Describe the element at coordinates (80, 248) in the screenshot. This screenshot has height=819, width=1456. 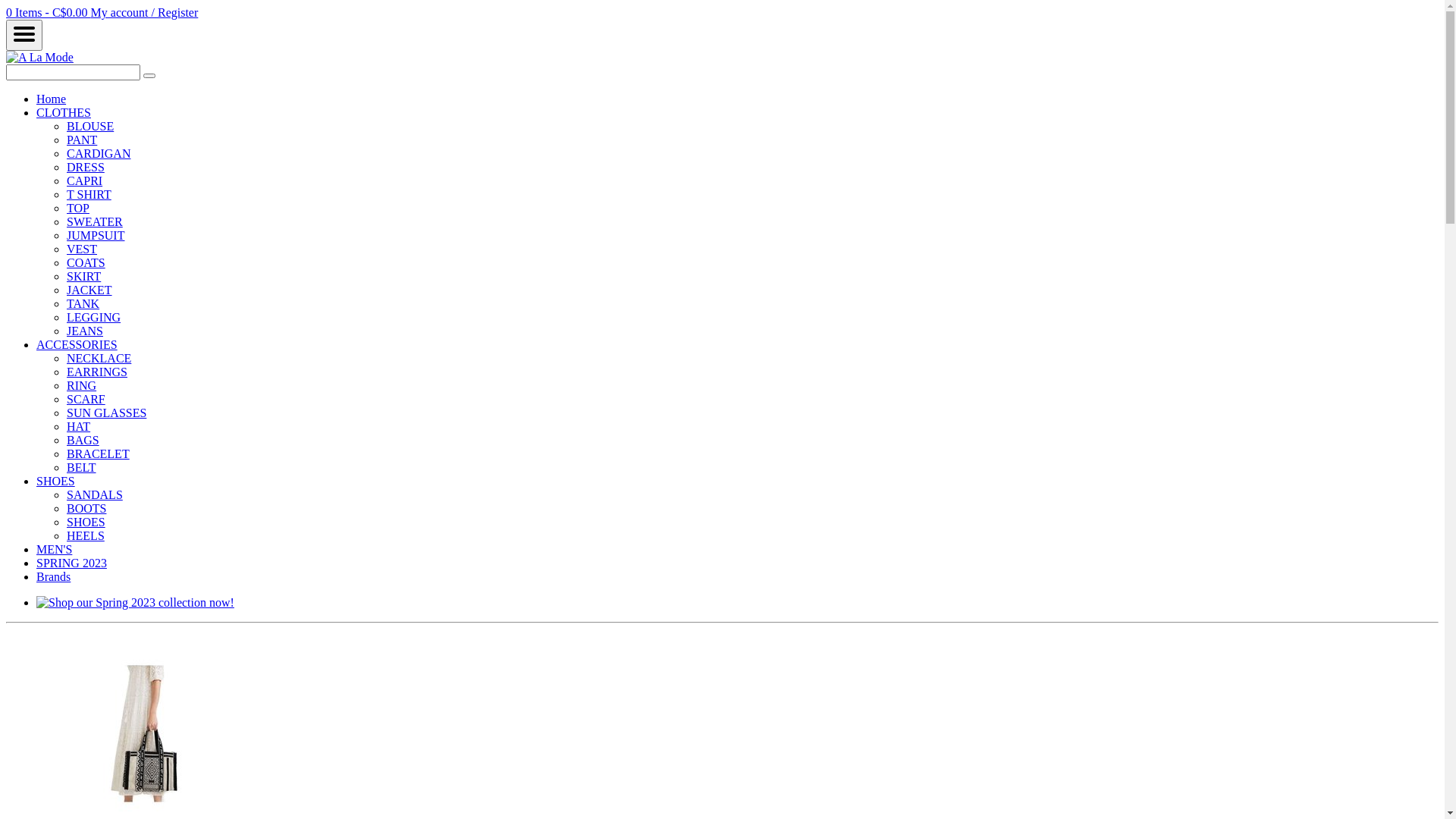
I see `'VEST'` at that location.